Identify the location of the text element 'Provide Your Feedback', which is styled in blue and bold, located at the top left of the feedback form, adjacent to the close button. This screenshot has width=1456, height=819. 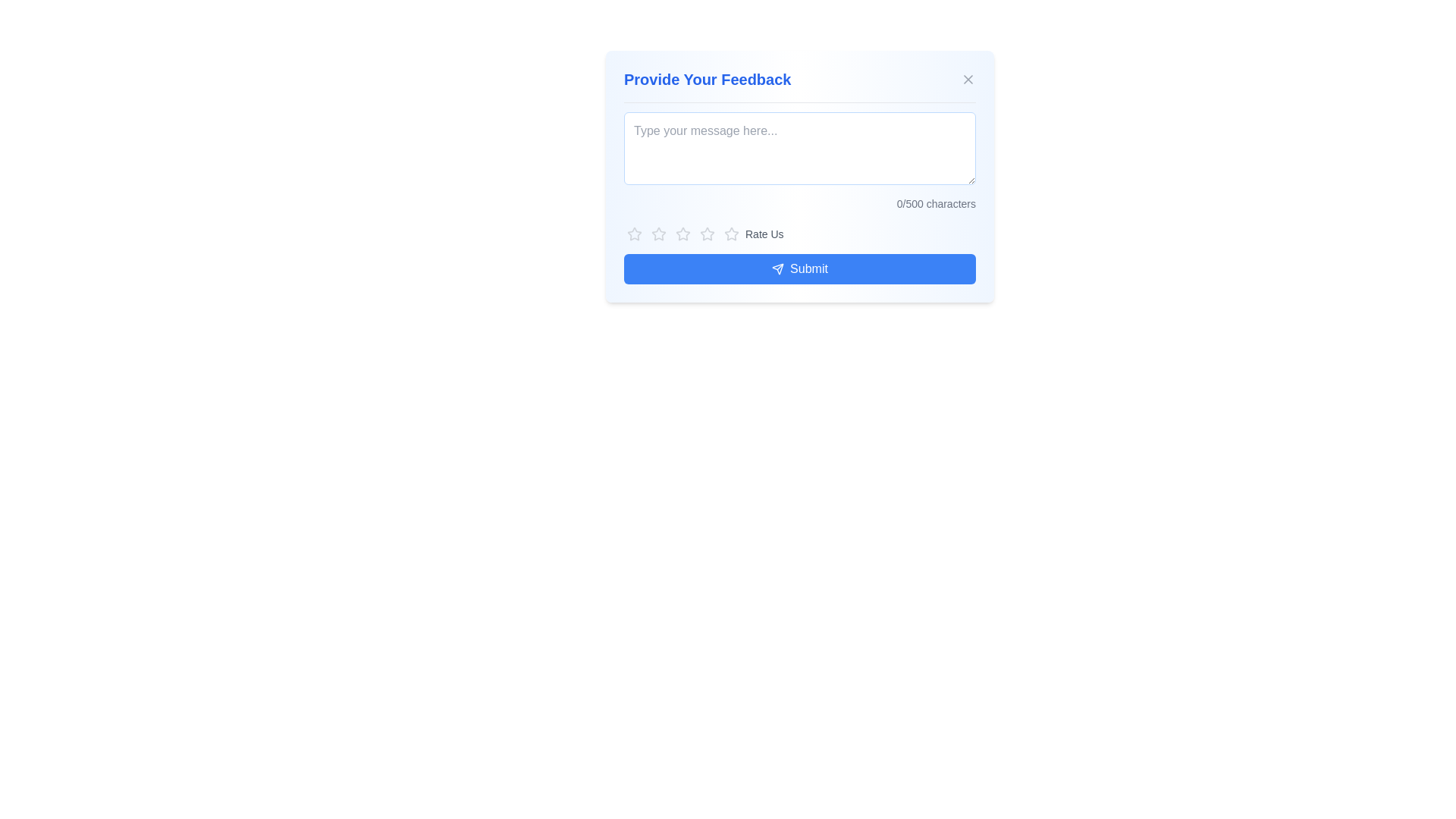
(707, 79).